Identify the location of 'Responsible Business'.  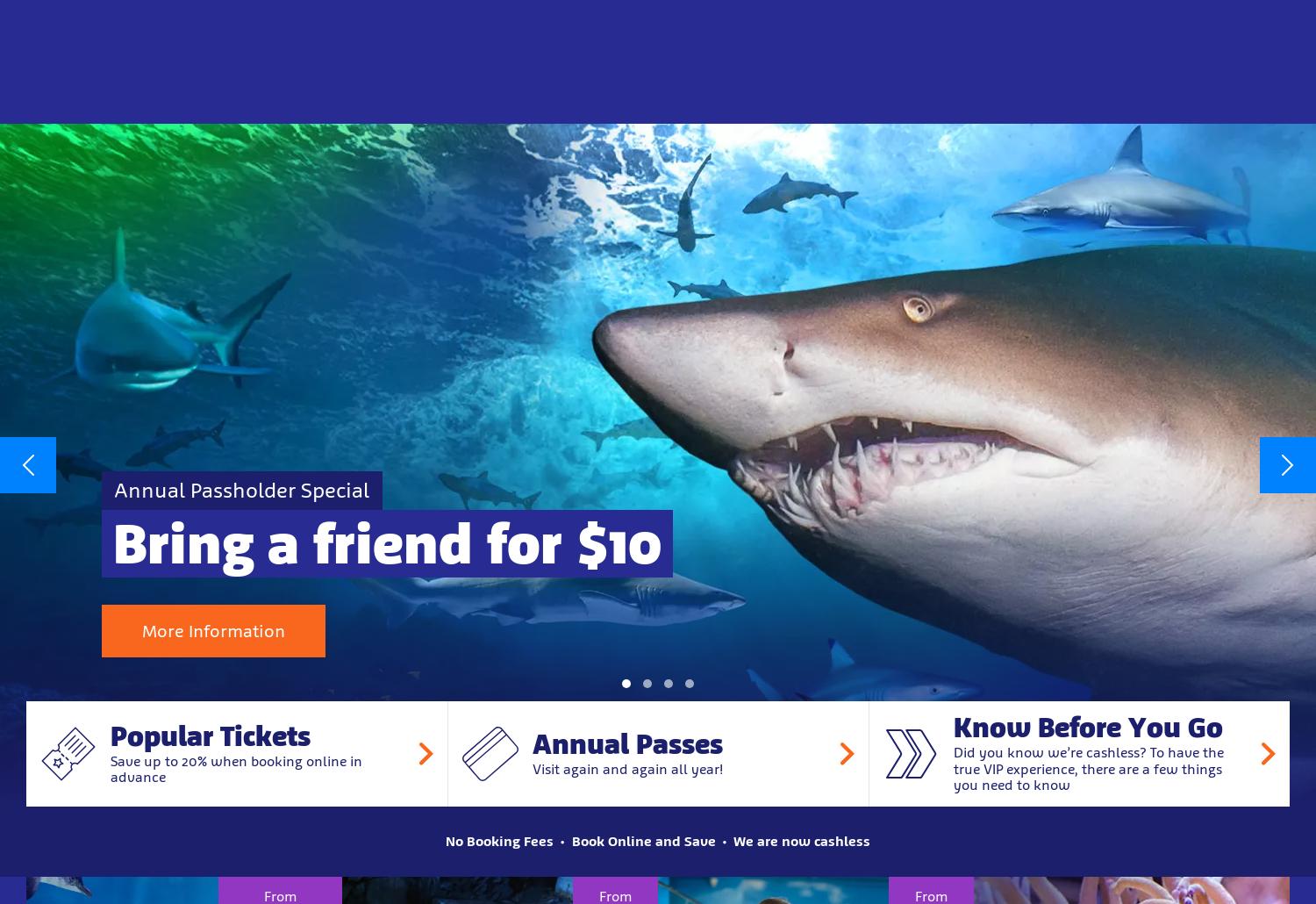
(1103, 17).